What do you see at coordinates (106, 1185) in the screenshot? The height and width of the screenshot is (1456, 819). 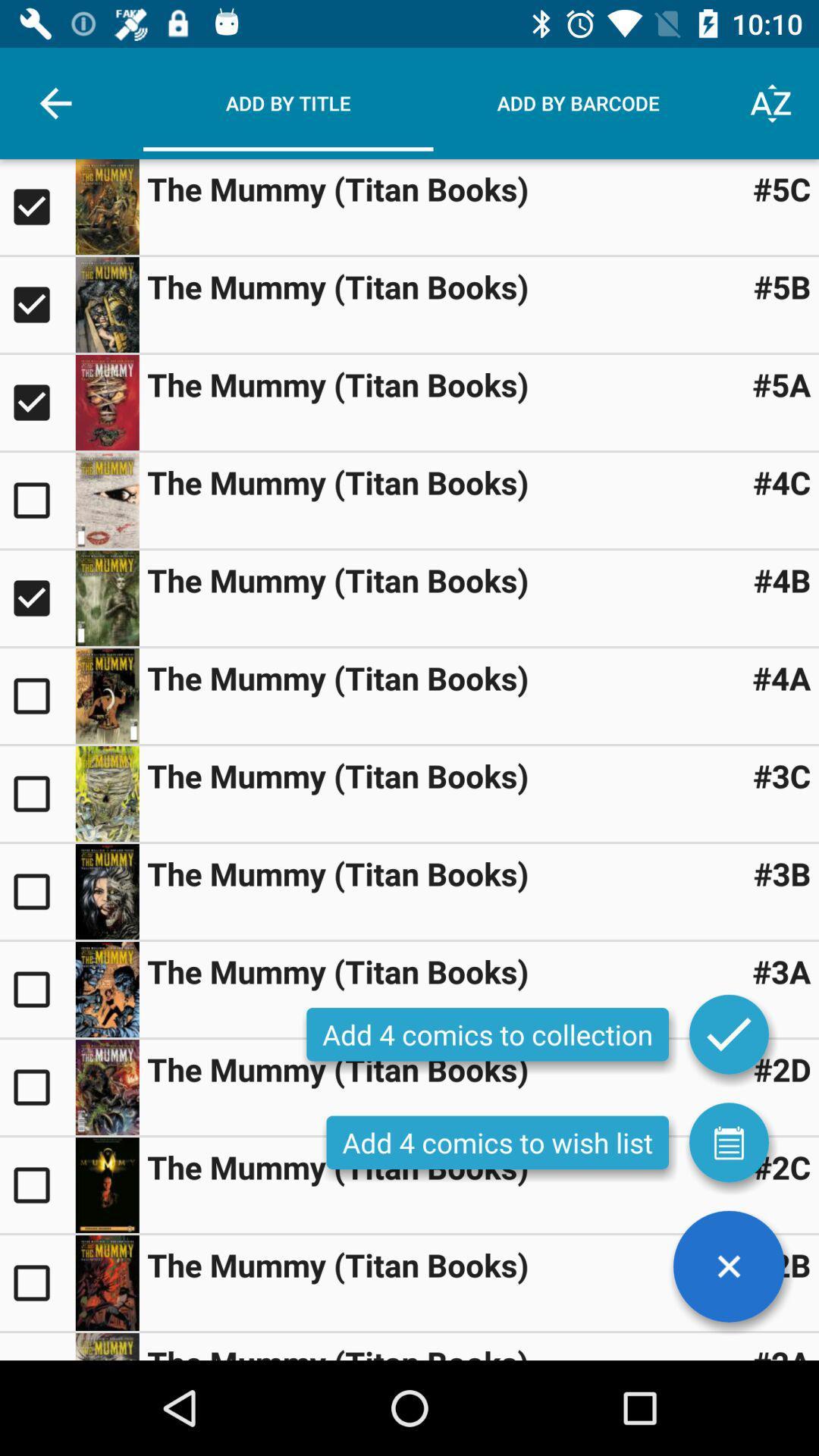 I see `zoom in on image` at bounding box center [106, 1185].